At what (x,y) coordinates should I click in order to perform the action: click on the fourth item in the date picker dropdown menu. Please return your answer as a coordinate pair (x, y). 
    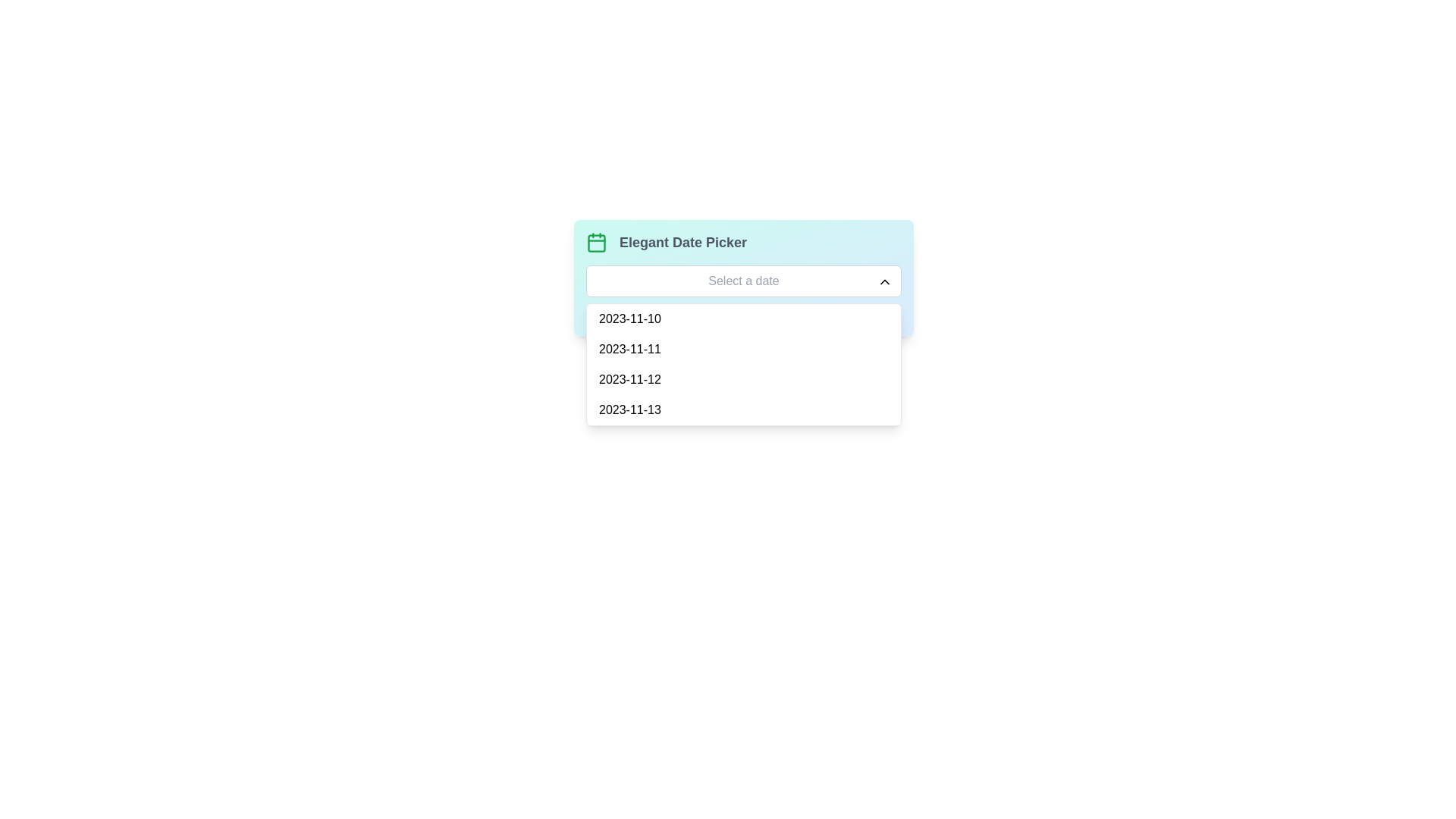
    Looking at the image, I should click on (743, 409).